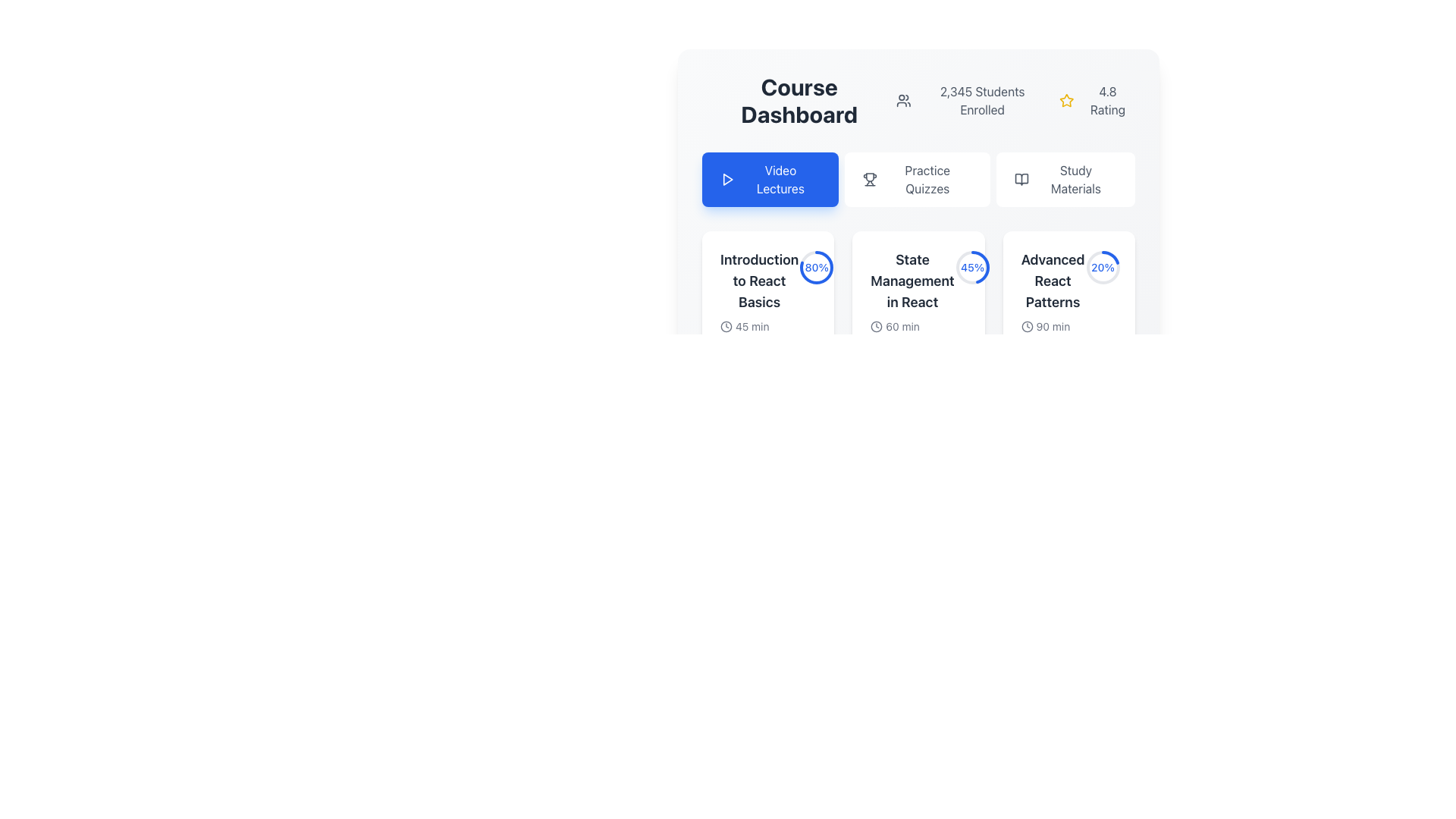  Describe the element at coordinates (770, 178) in the screenshot. I see `the first button in the horizontal group located below the 'Course Dashboard' heading` at that location.